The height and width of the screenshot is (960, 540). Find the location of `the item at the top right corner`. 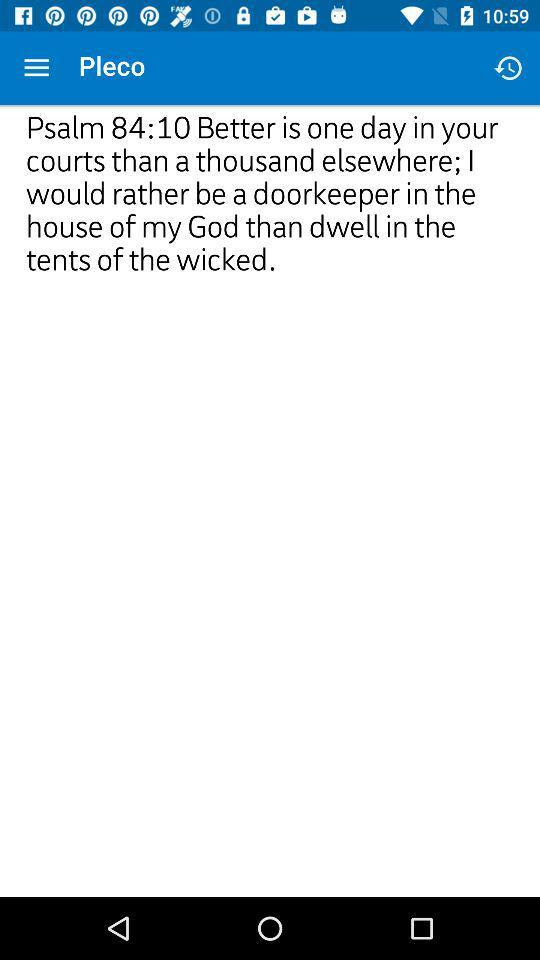

the item at the top right corner is located at coordinates (508, 68).